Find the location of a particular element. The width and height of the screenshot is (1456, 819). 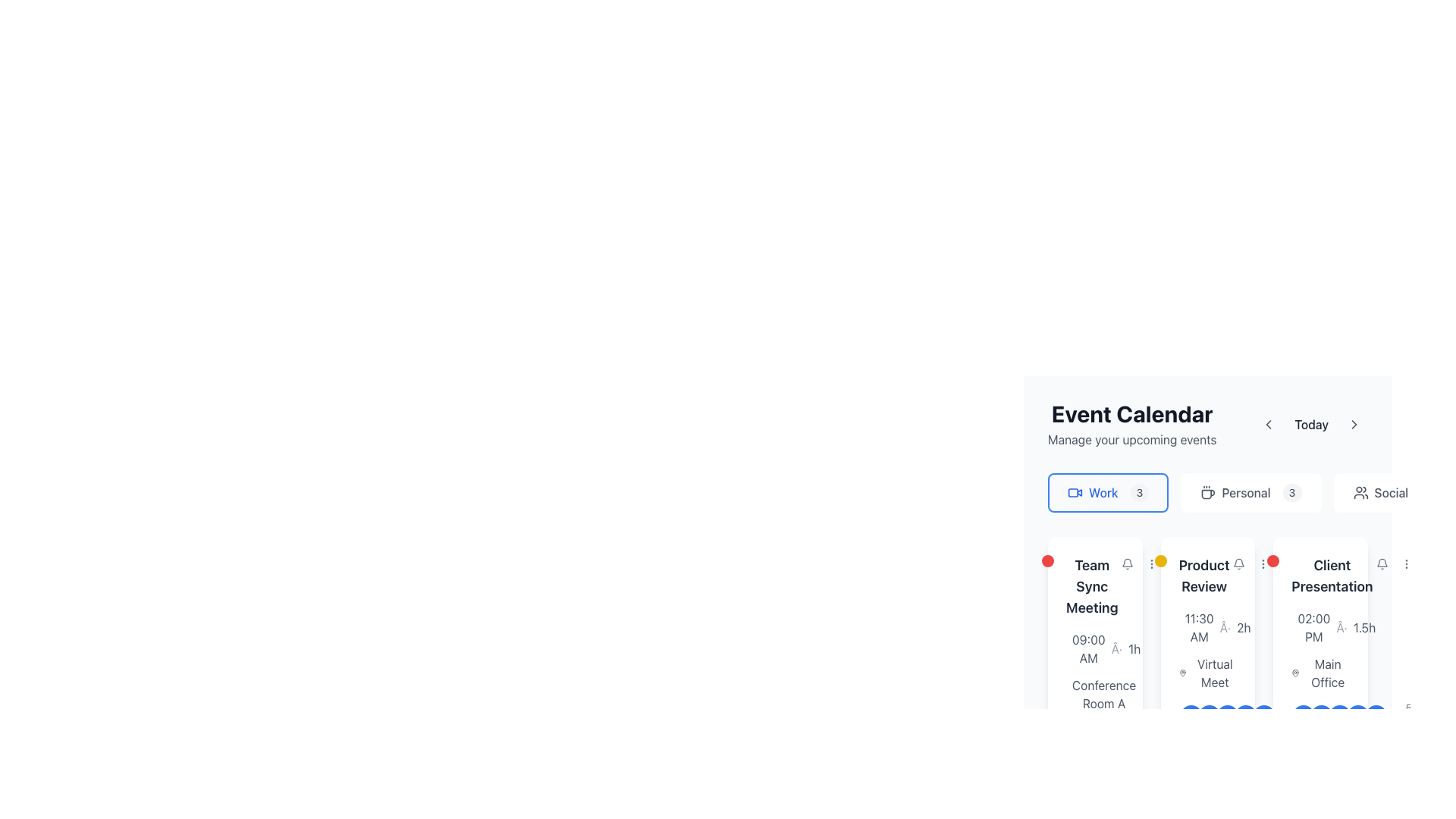

the bell icon in the horizontal group of two clickable icons located at the top-right corner of the 'Product Review' card is located at coordinates (1250, 564).